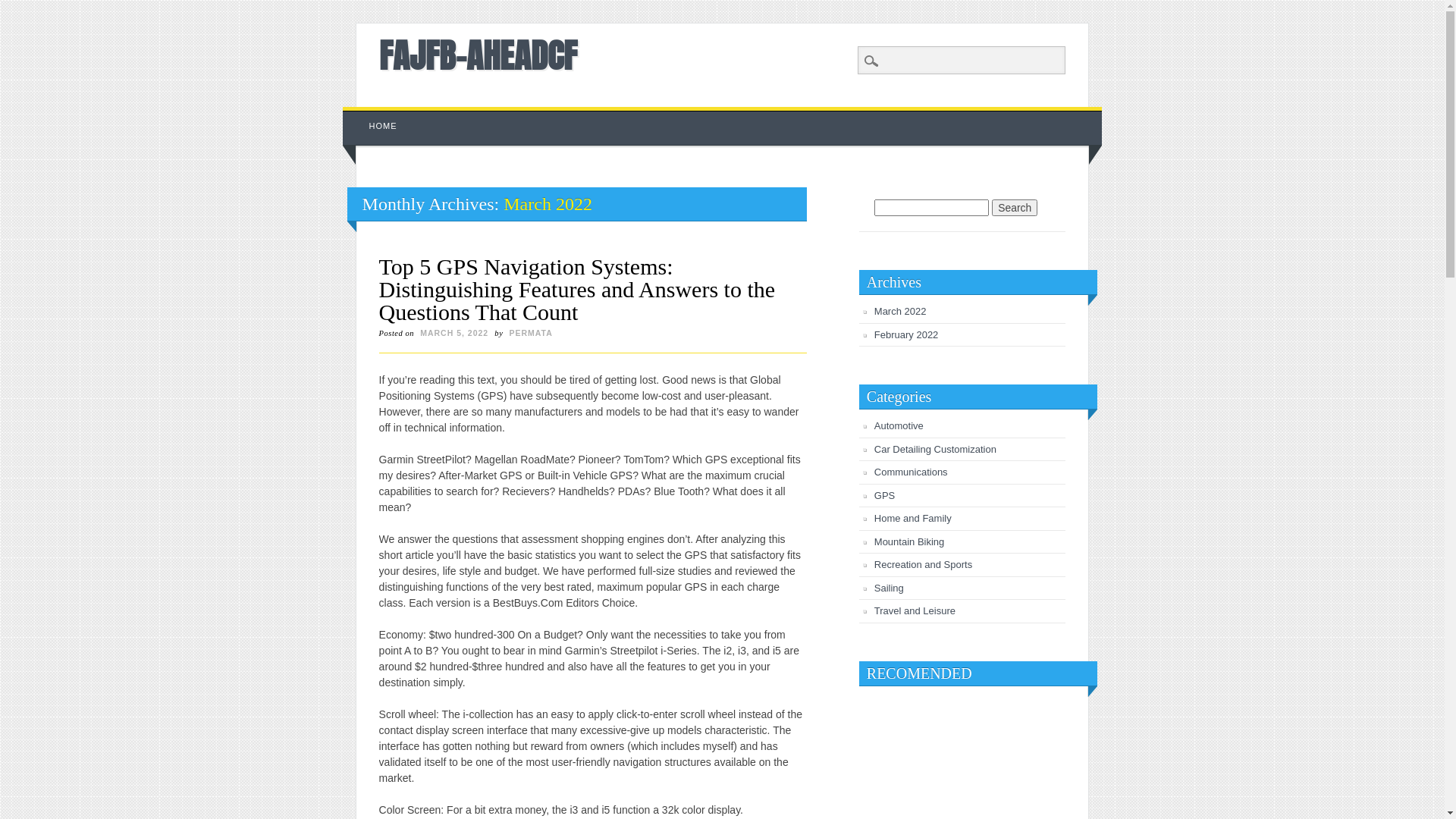 The width and height of the screenshot is (1456, 819). I want to click on 'Mountain Biking', so click(909, 541).